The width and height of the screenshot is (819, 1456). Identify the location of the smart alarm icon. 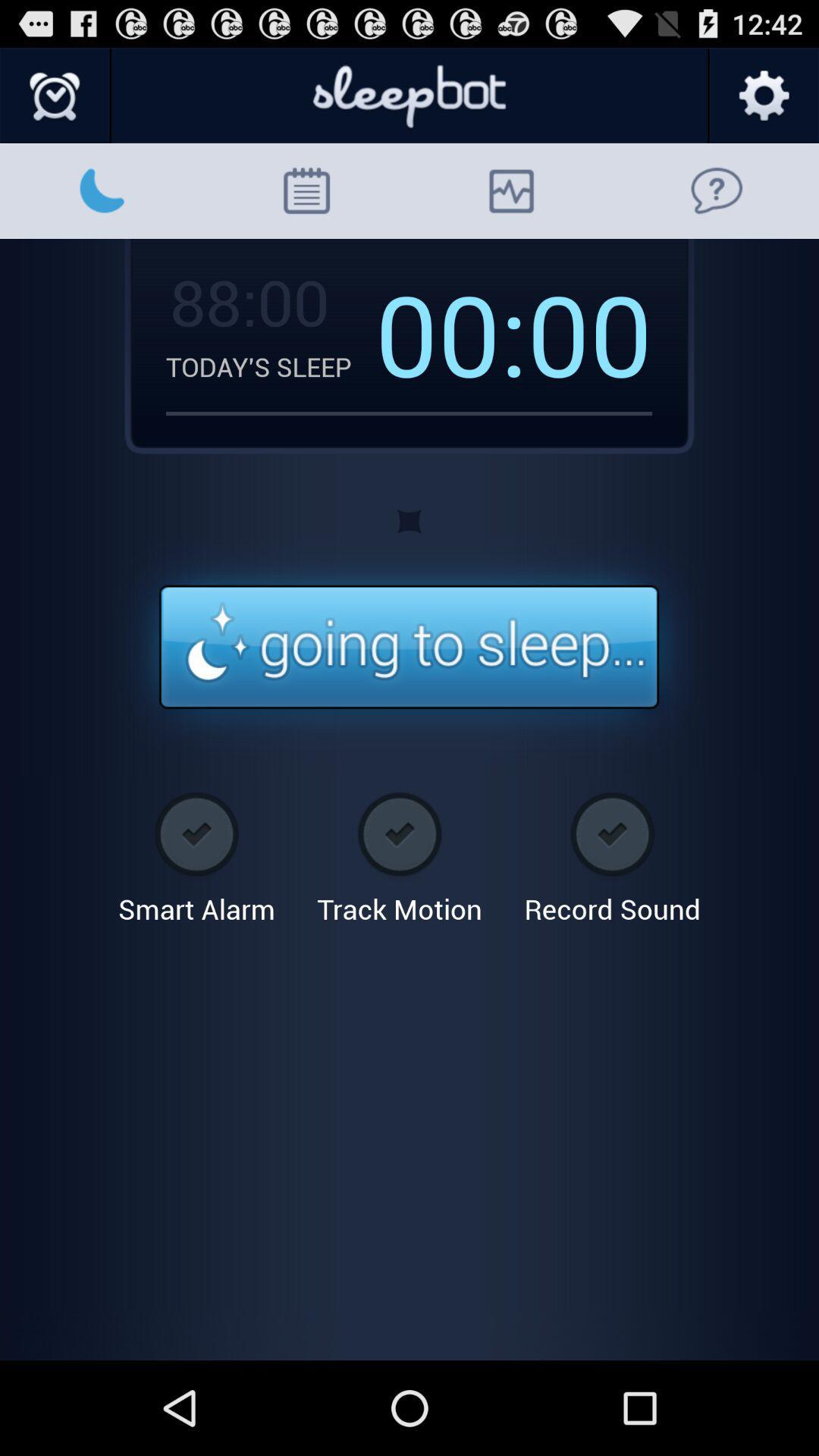
(196, 852).